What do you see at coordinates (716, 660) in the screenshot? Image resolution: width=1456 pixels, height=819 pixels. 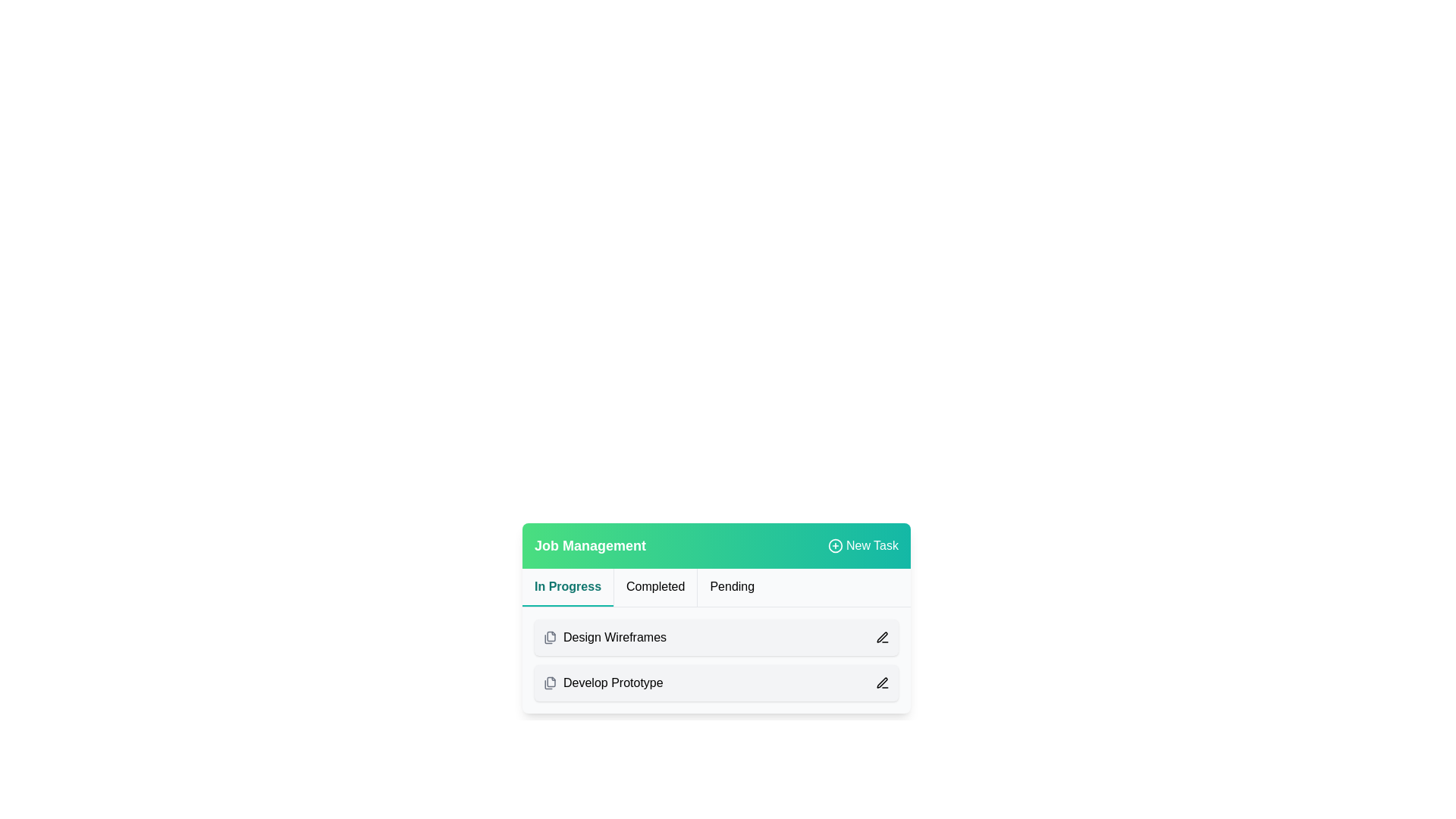 I see `the first list item labeled 'Design Wireframes' under the 'Job Management' section` at bounding box center [716, 660].